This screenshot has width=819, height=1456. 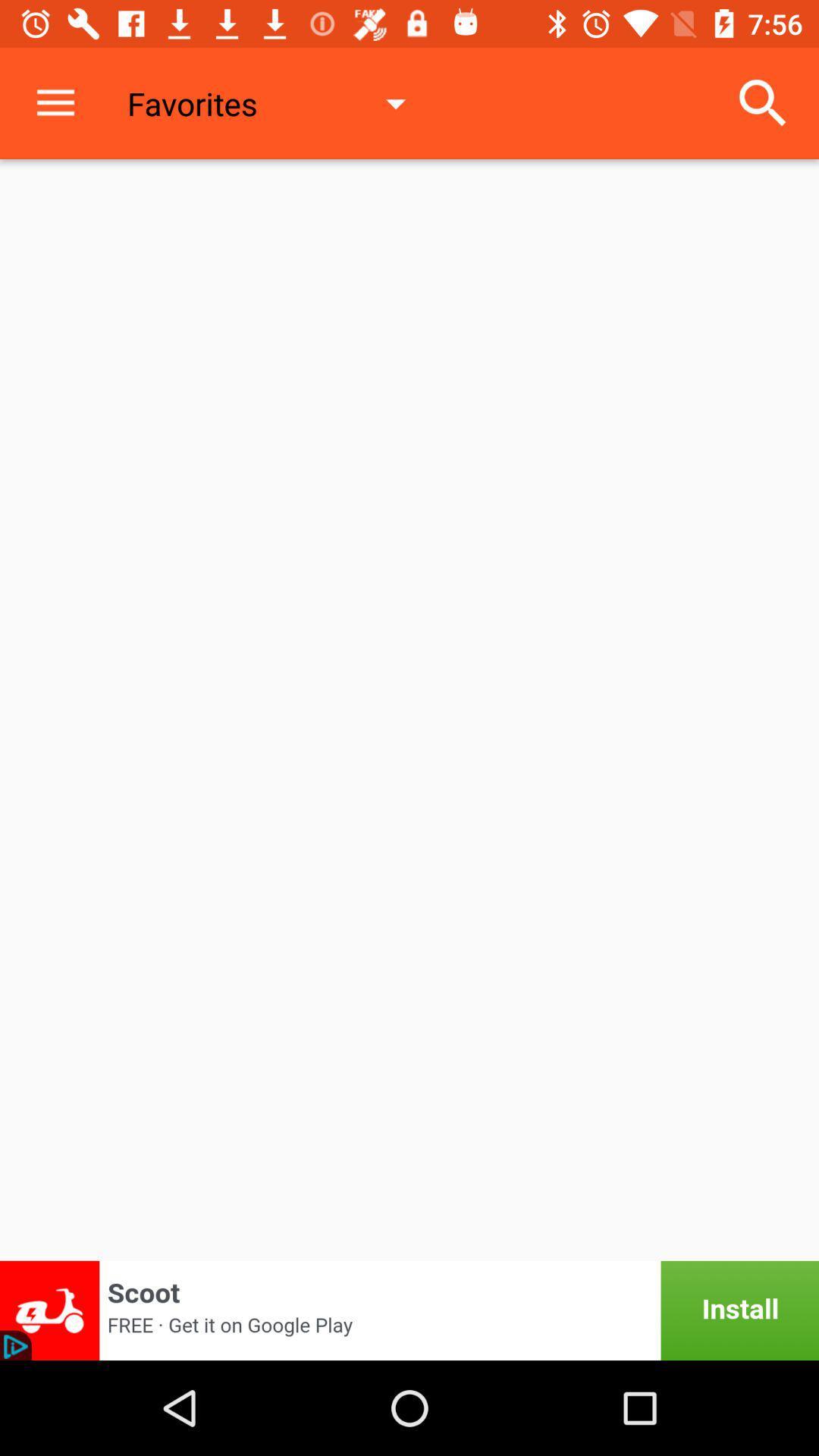 What do you see at coordinates (409, 1310) in the screenshot?
I see `this is an advertisement` at bounding box center [409, 1310].